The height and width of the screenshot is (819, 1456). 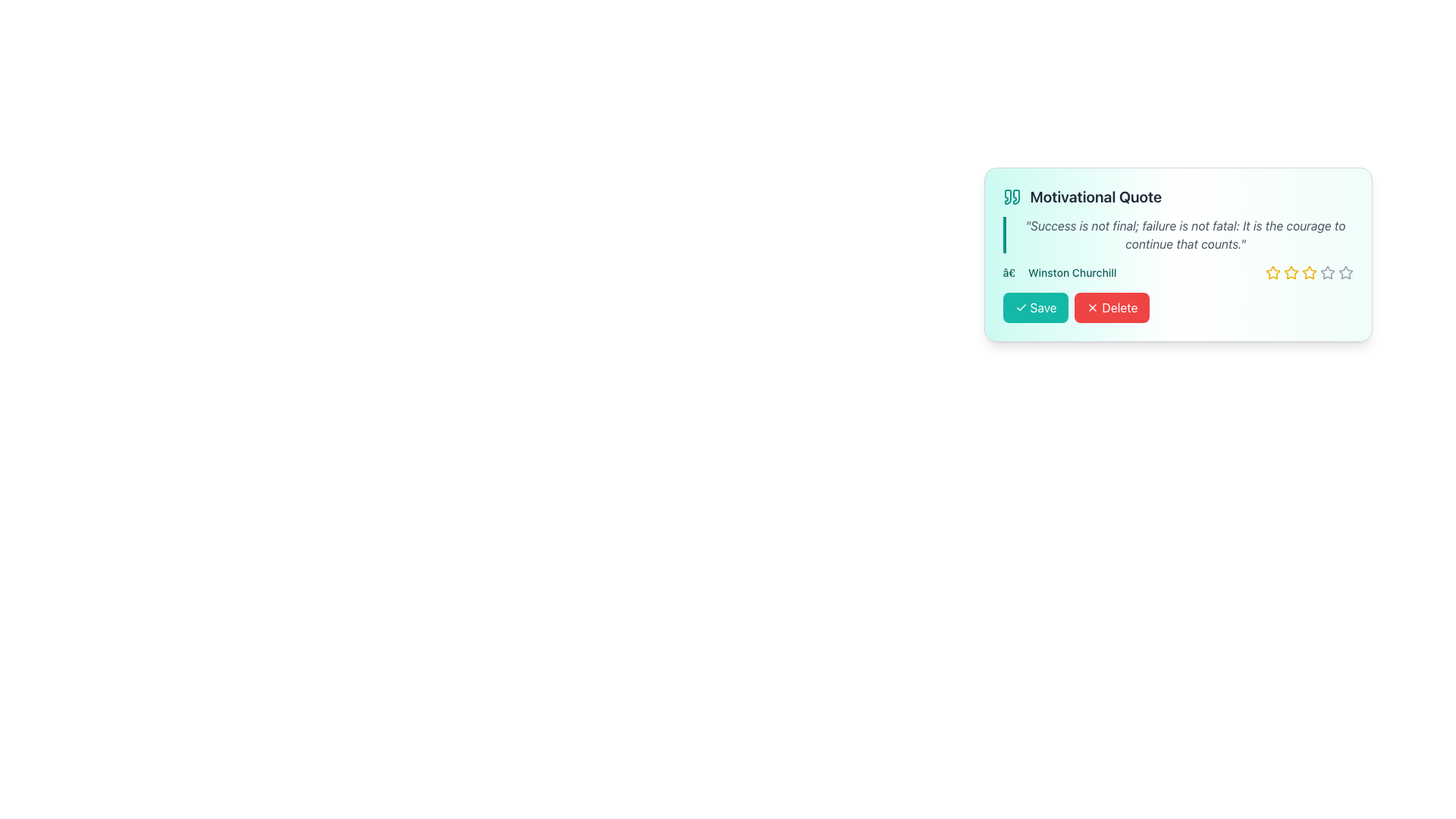 I want to click on the fourth star icon in the rating system, so click(x=1308, y=271).